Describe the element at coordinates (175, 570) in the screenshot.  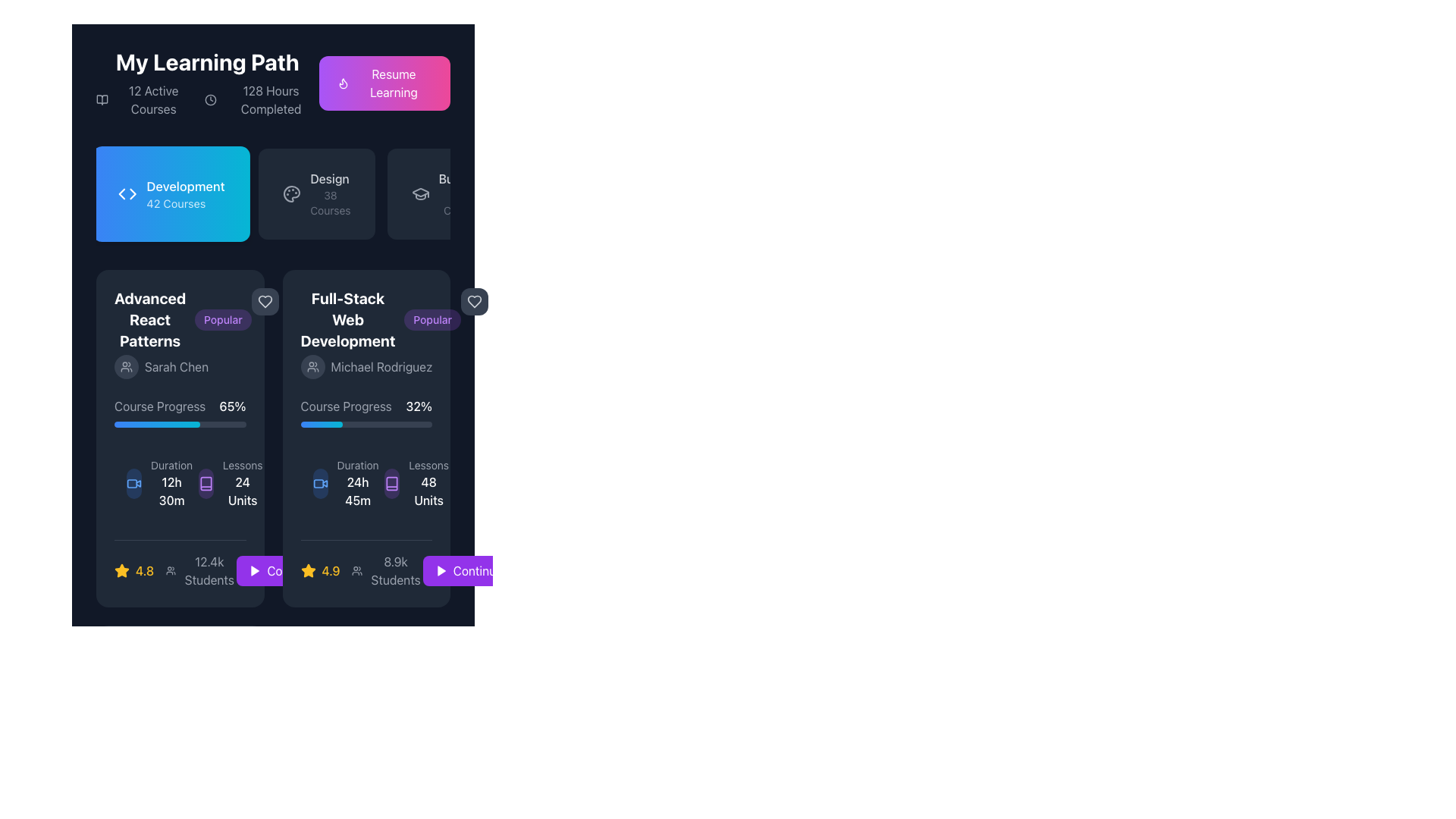
I see `rating of '4.8' and student count '12.4k Students' from the composite informational display located at the bottom left of the 'Advanced React Patterns' card` at that location.